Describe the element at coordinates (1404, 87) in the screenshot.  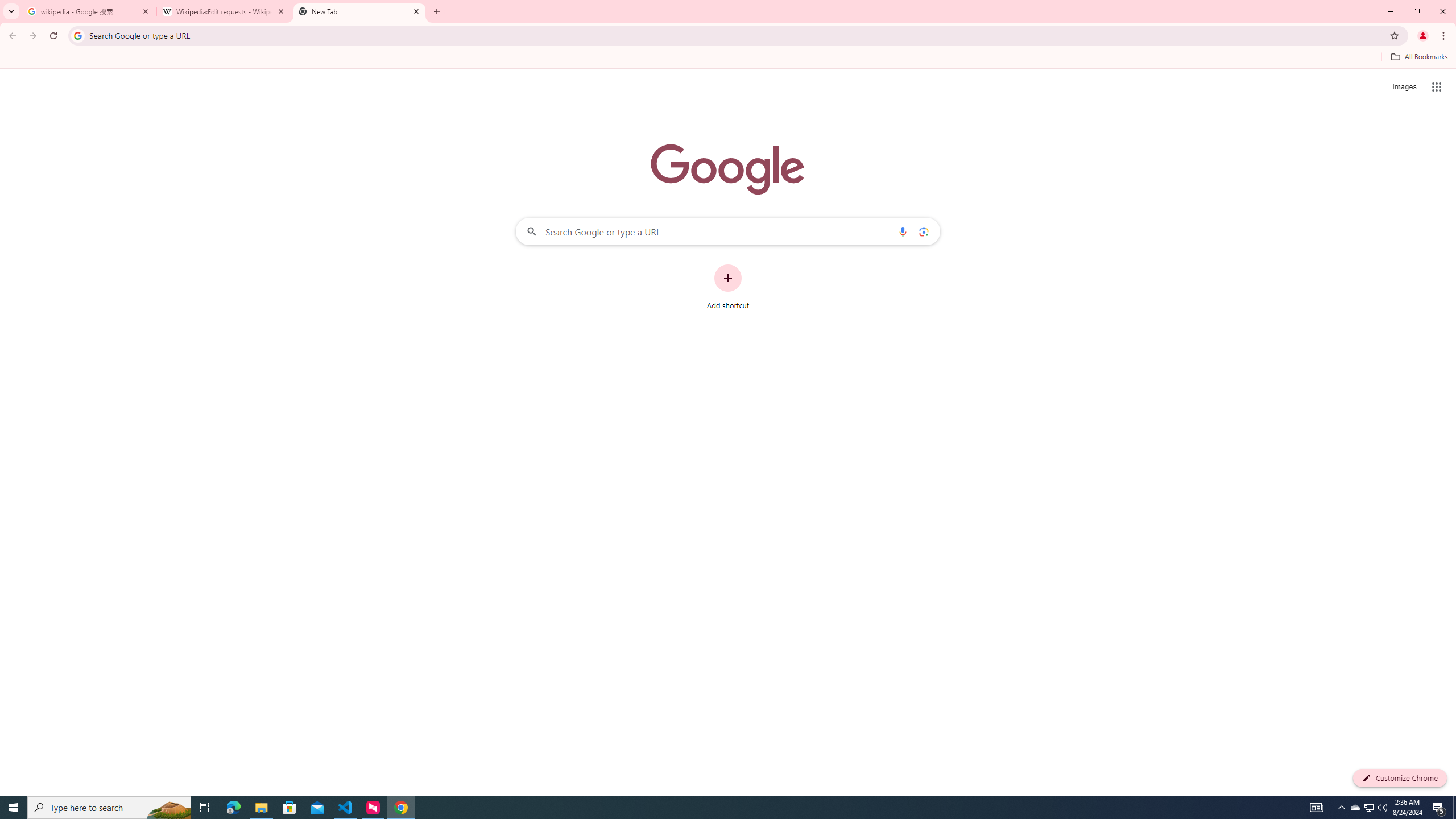
I see `'Search for Images '` at that location.